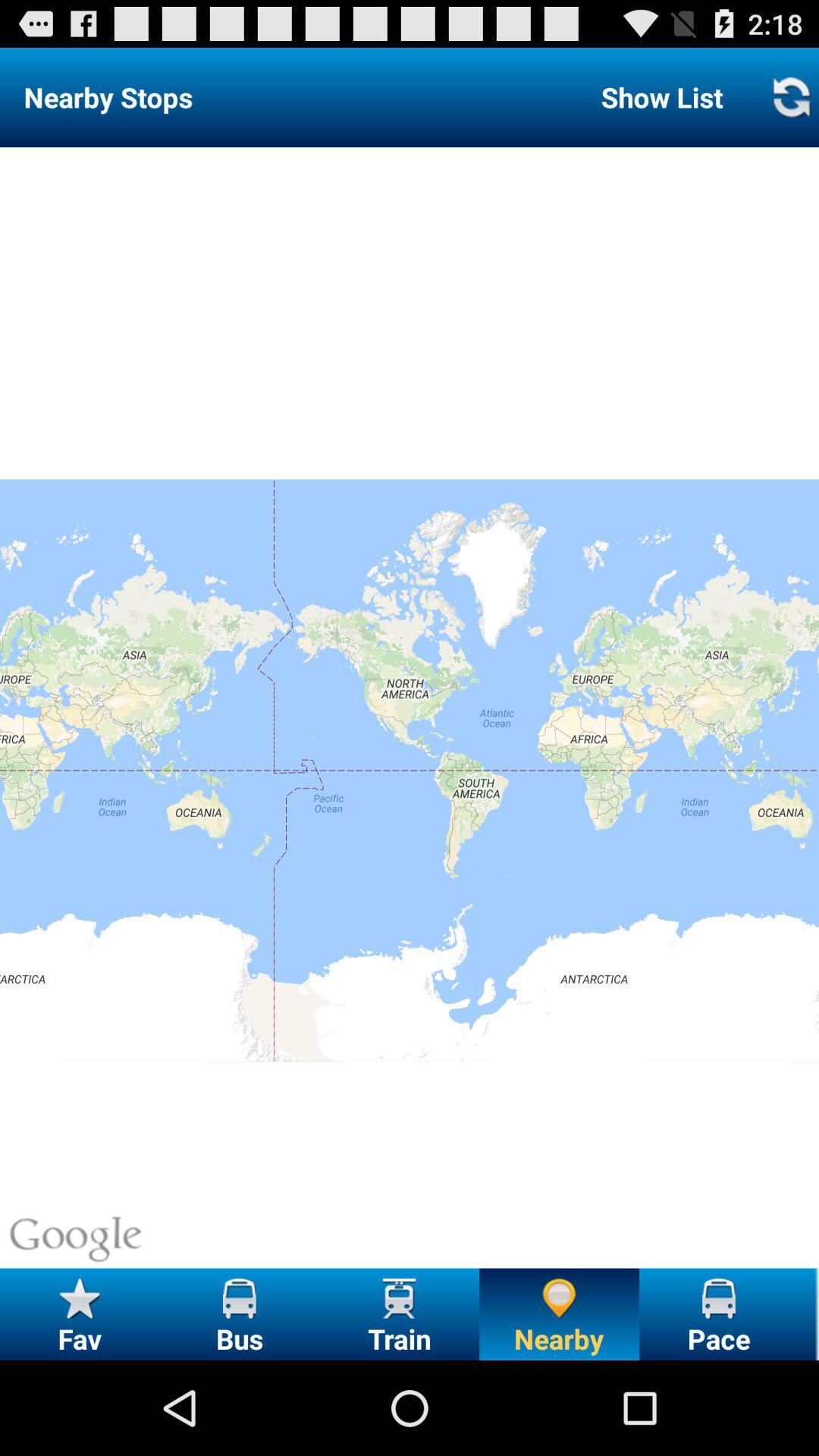 This screenshot has width=819, height=1456. Describe the element at coordinates (790, 103) in the screenshot. I see `the refresh icon` at that location.